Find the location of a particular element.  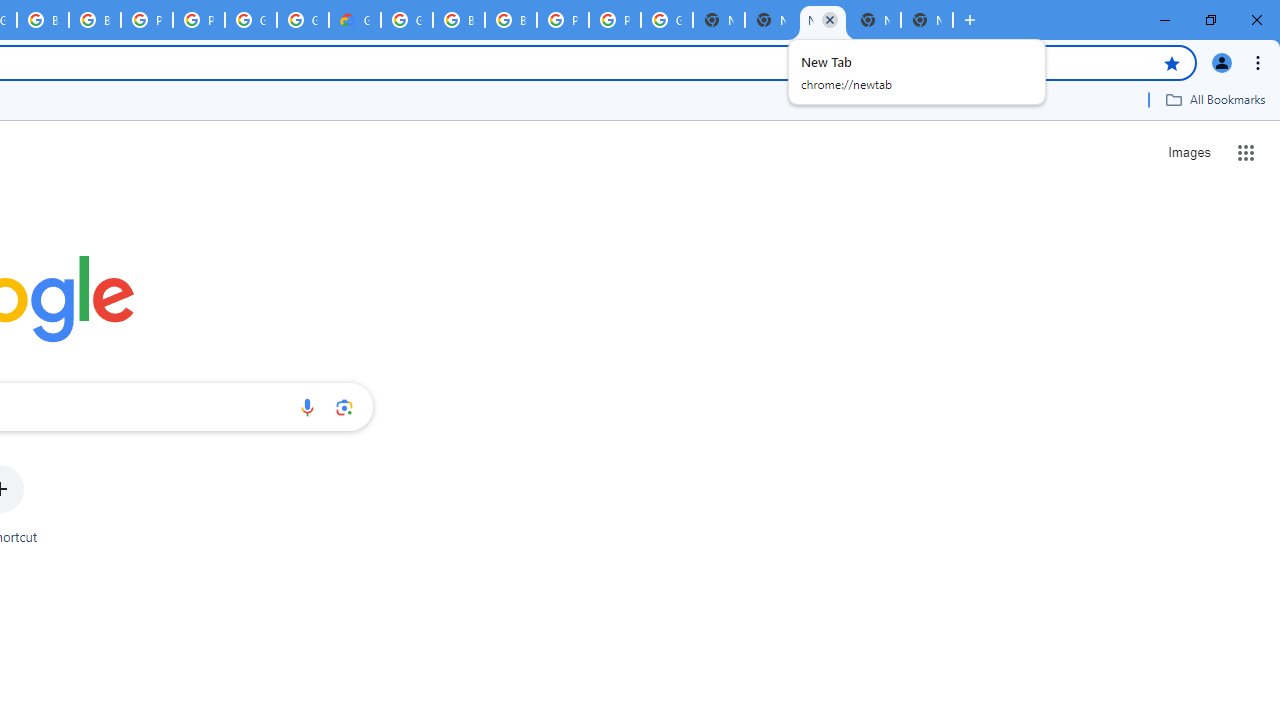

'Browse Chrome as a guest - Computer - Google Chrome Help' is located at coordinates (457, 20).